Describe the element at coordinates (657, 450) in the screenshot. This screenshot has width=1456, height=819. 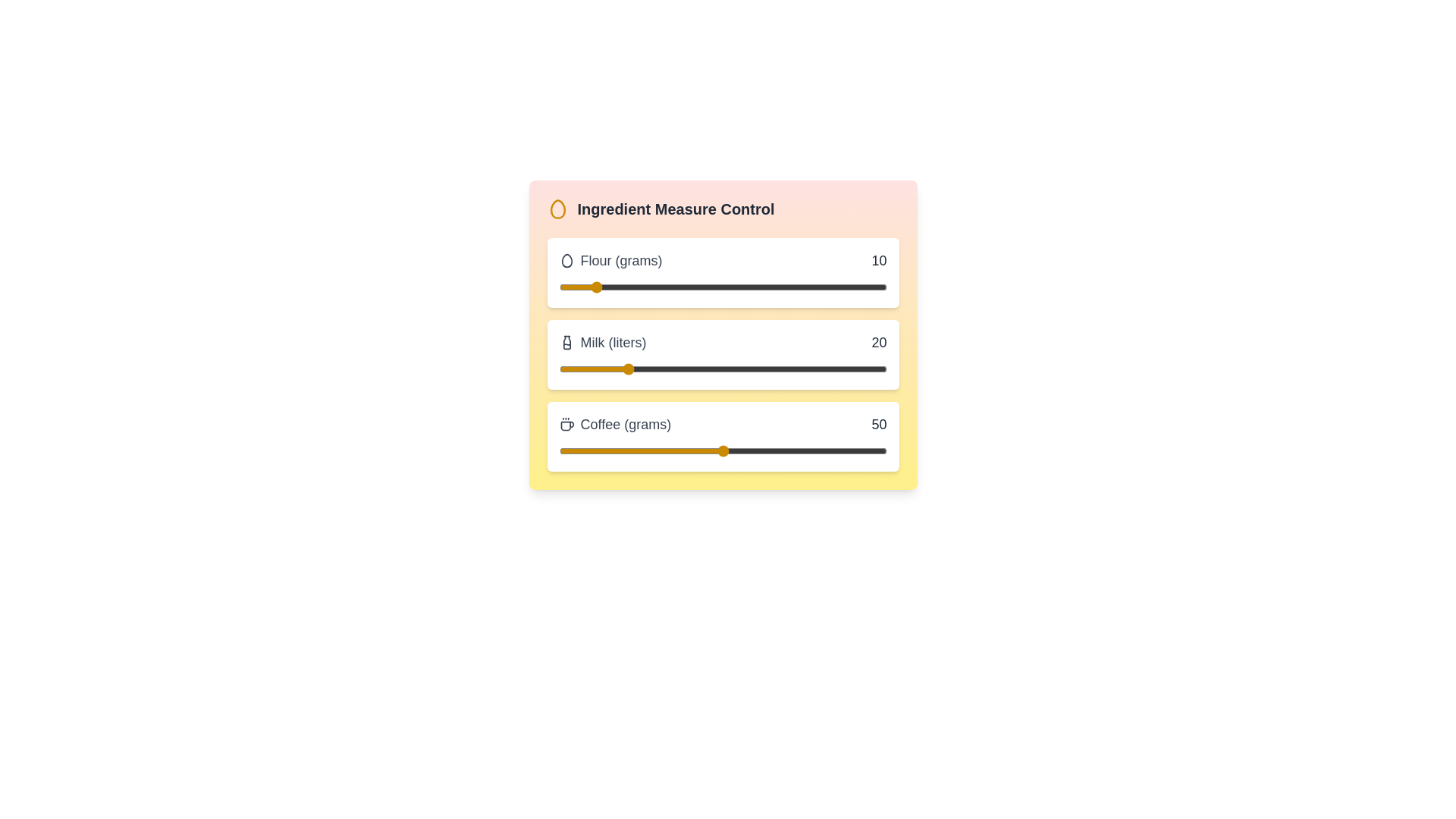
I see `the coffee amount` at that location.